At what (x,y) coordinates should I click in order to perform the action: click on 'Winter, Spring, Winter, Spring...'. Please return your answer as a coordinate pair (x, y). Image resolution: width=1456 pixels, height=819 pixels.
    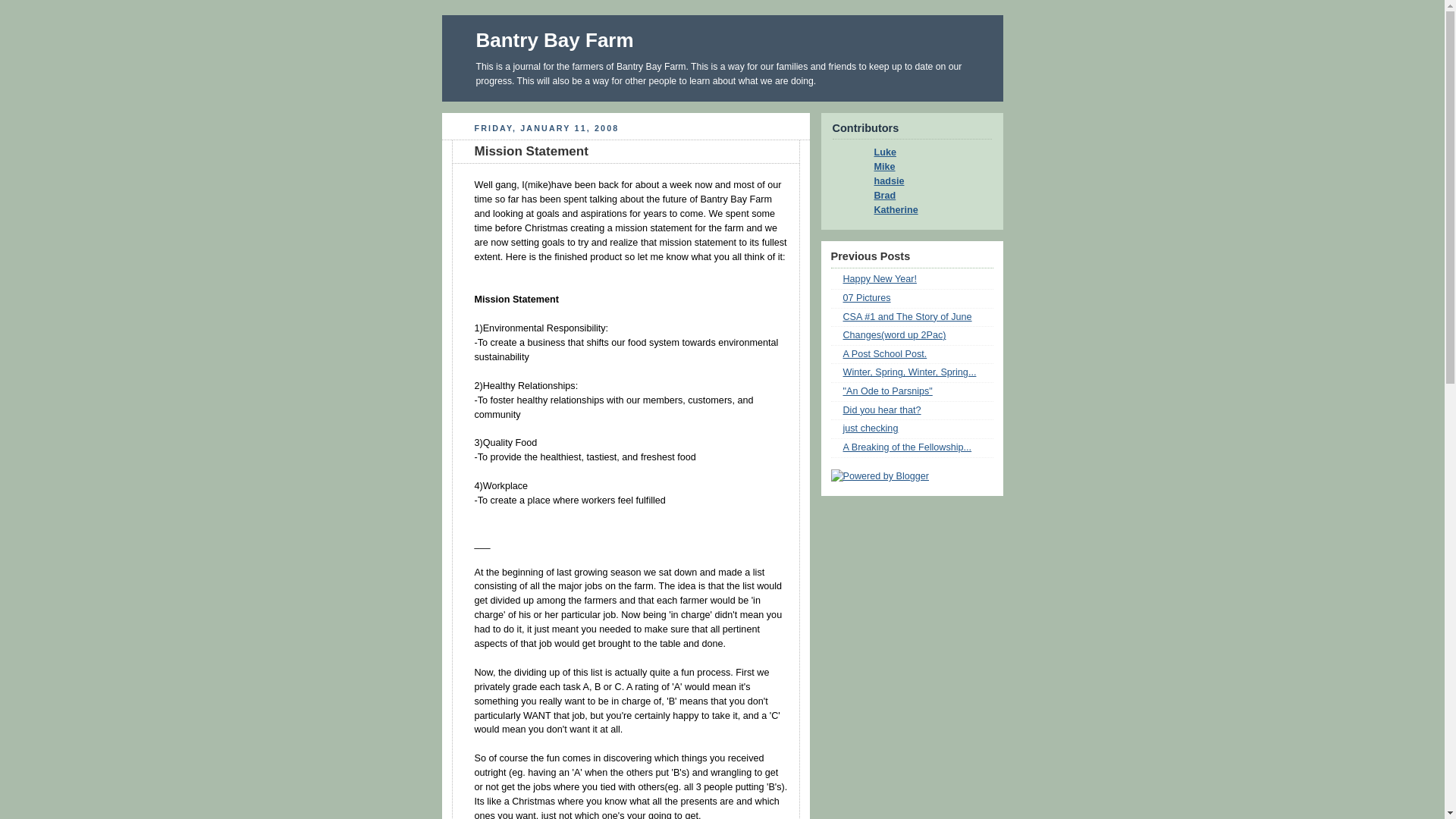
    Looking at the image, I should click on (910, 372).